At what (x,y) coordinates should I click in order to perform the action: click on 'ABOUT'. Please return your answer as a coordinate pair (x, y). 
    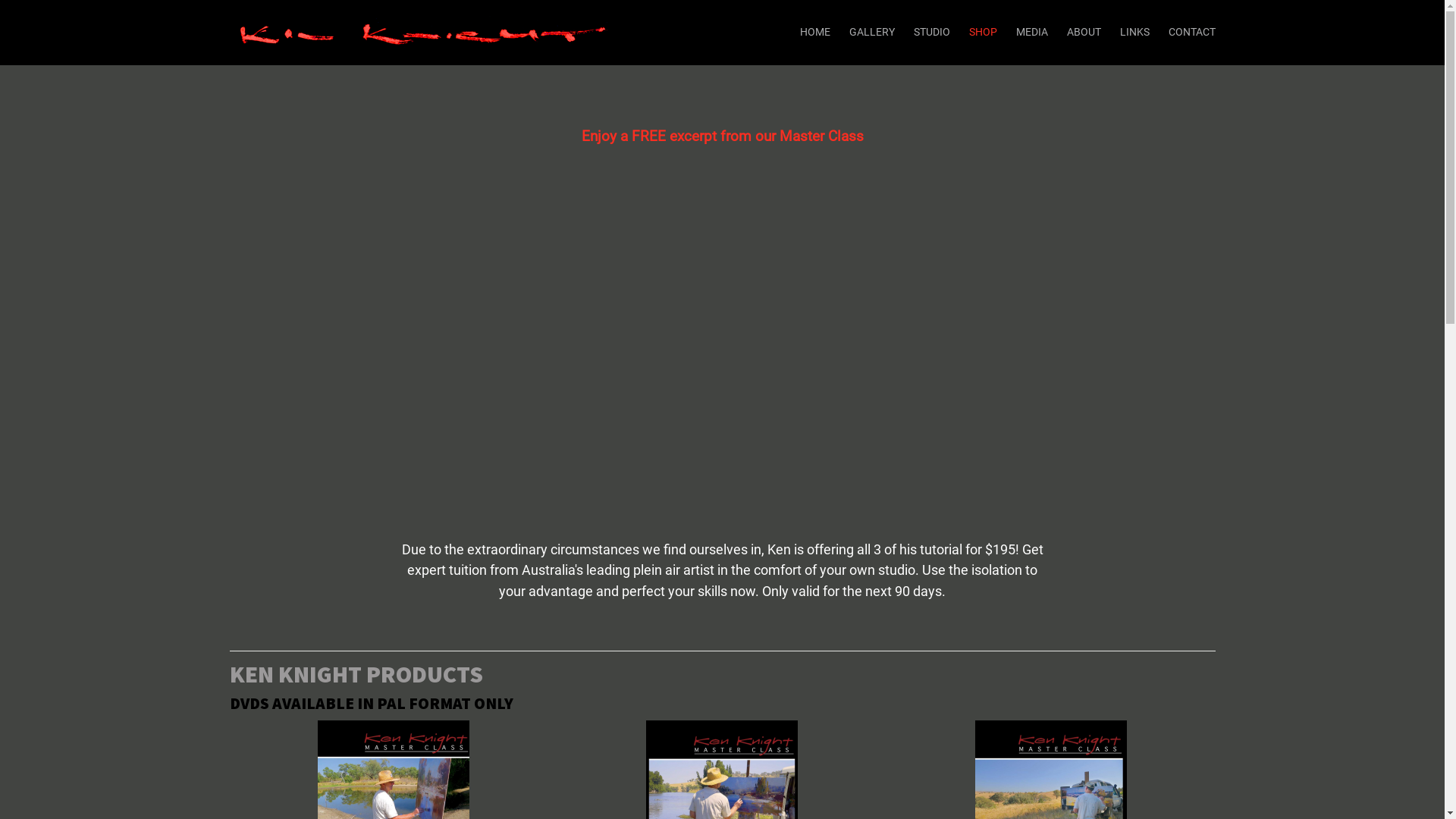
    Looking at the image, I should click on (1065, 32).